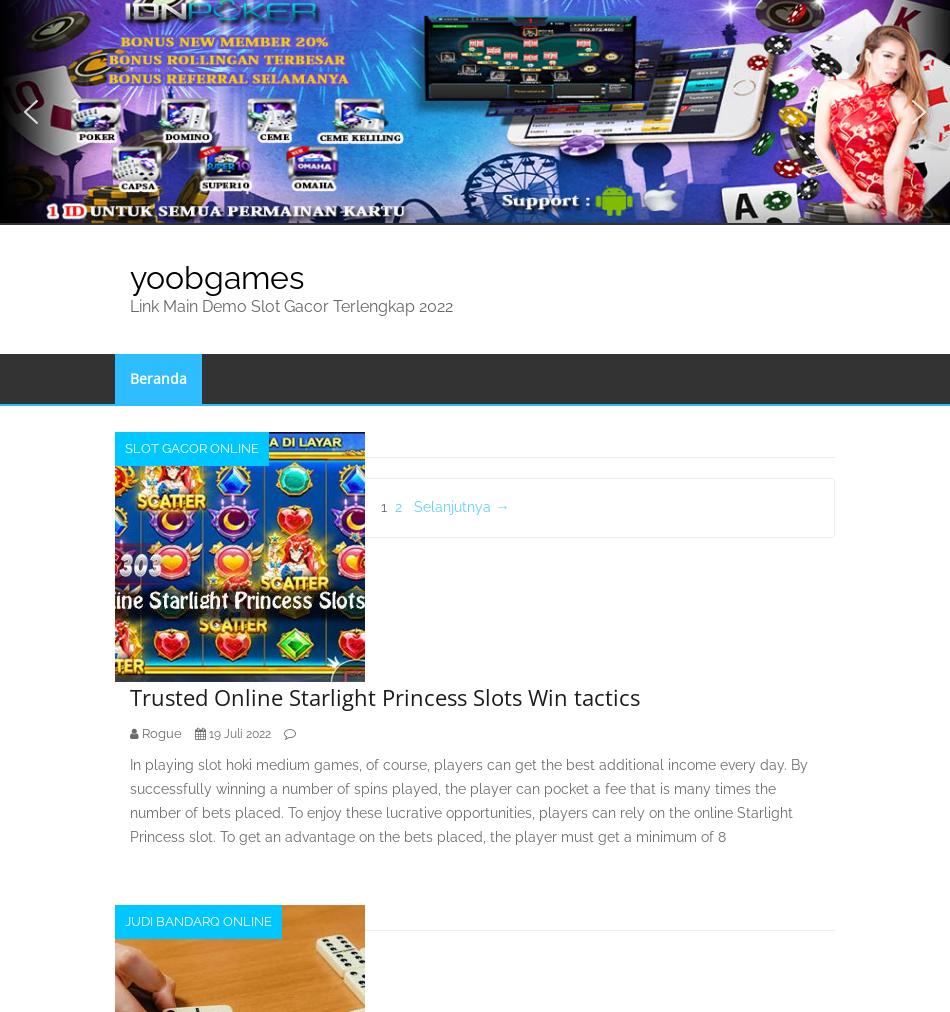  What do you see at coordinates (468, 799) in the screenshot?
I see `'In playing slot hoki medium games, of course, players can get the best additional income every day. By successfully winning a number of spins played, the player can pocket a fee that is many times the number of bets placed. To enjoy these lucrative opportunities, players can rely on the online Starlight Princess slot. To get an advantage on the bets placed, the player must get a minimum of 8'` at bounding box center [468, 799].